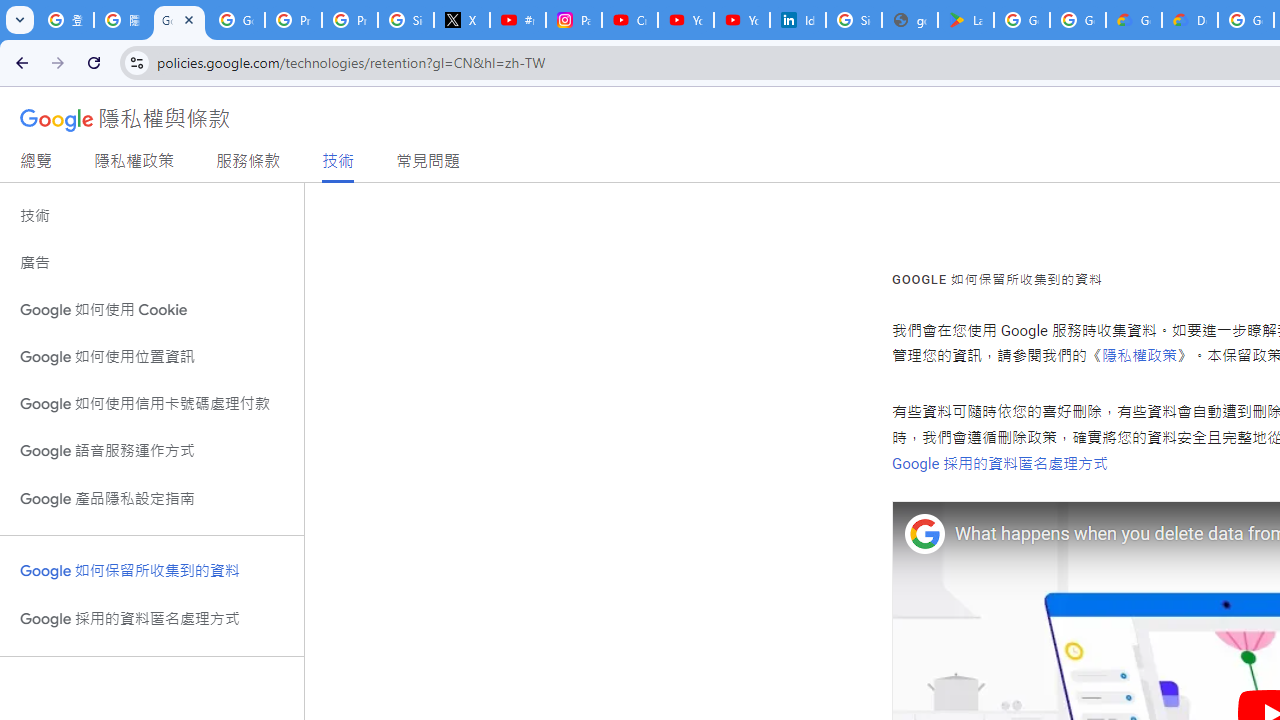 The height and width of the screenshot is (720, 1280). Describe the element at coordinates (350, 20) in the screenshot. I see `'Privacy Help Center - Policies Help'` at that location.